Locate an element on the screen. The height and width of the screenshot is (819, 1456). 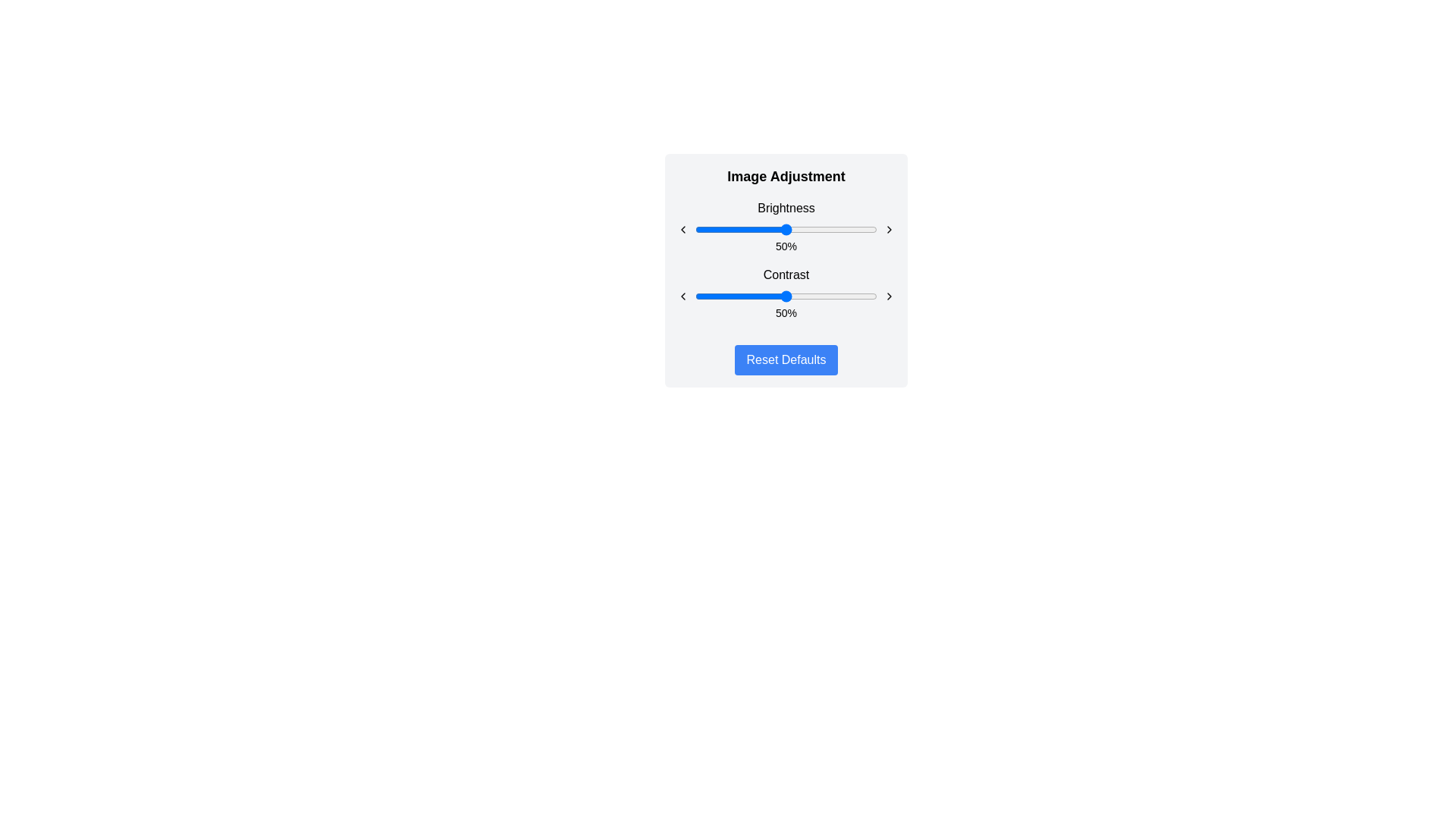
contrast is located at coordinates (847, 296).